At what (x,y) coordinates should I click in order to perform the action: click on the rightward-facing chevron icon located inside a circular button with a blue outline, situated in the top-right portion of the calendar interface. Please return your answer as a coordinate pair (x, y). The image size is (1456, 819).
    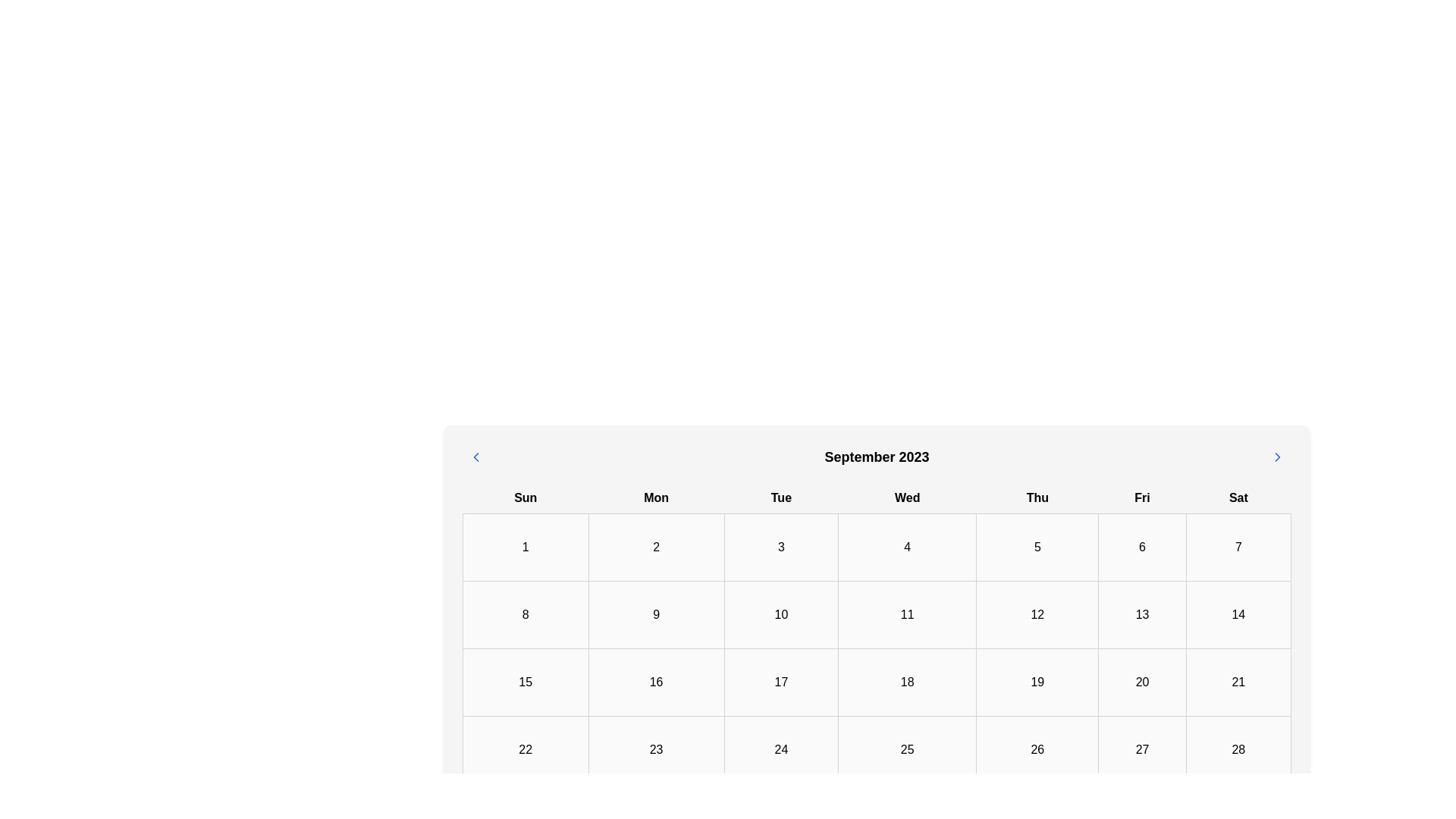
    Looking at the image, I should click on (1276, 456).